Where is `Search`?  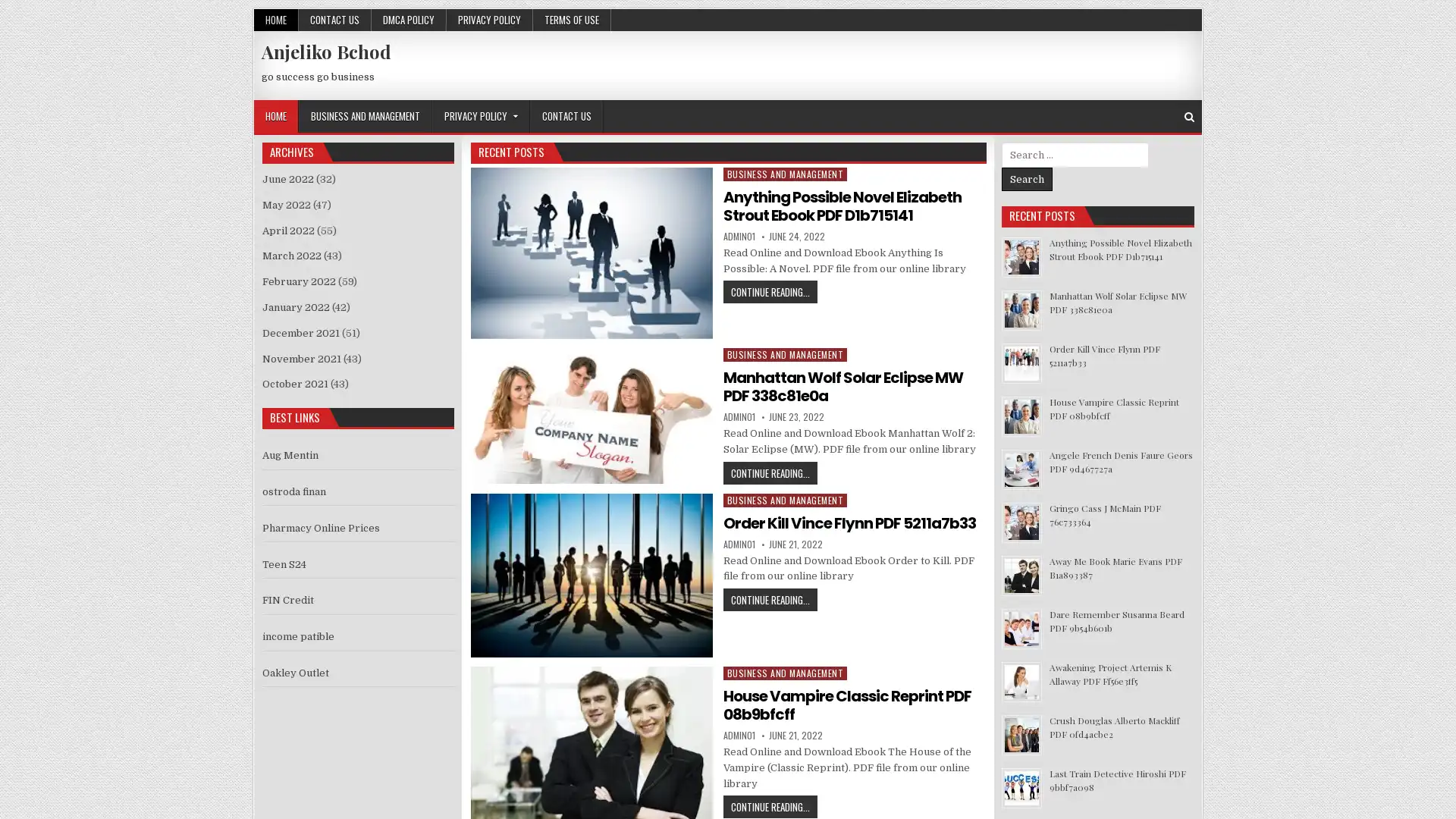 Search is located at coordinates (1027, 178).